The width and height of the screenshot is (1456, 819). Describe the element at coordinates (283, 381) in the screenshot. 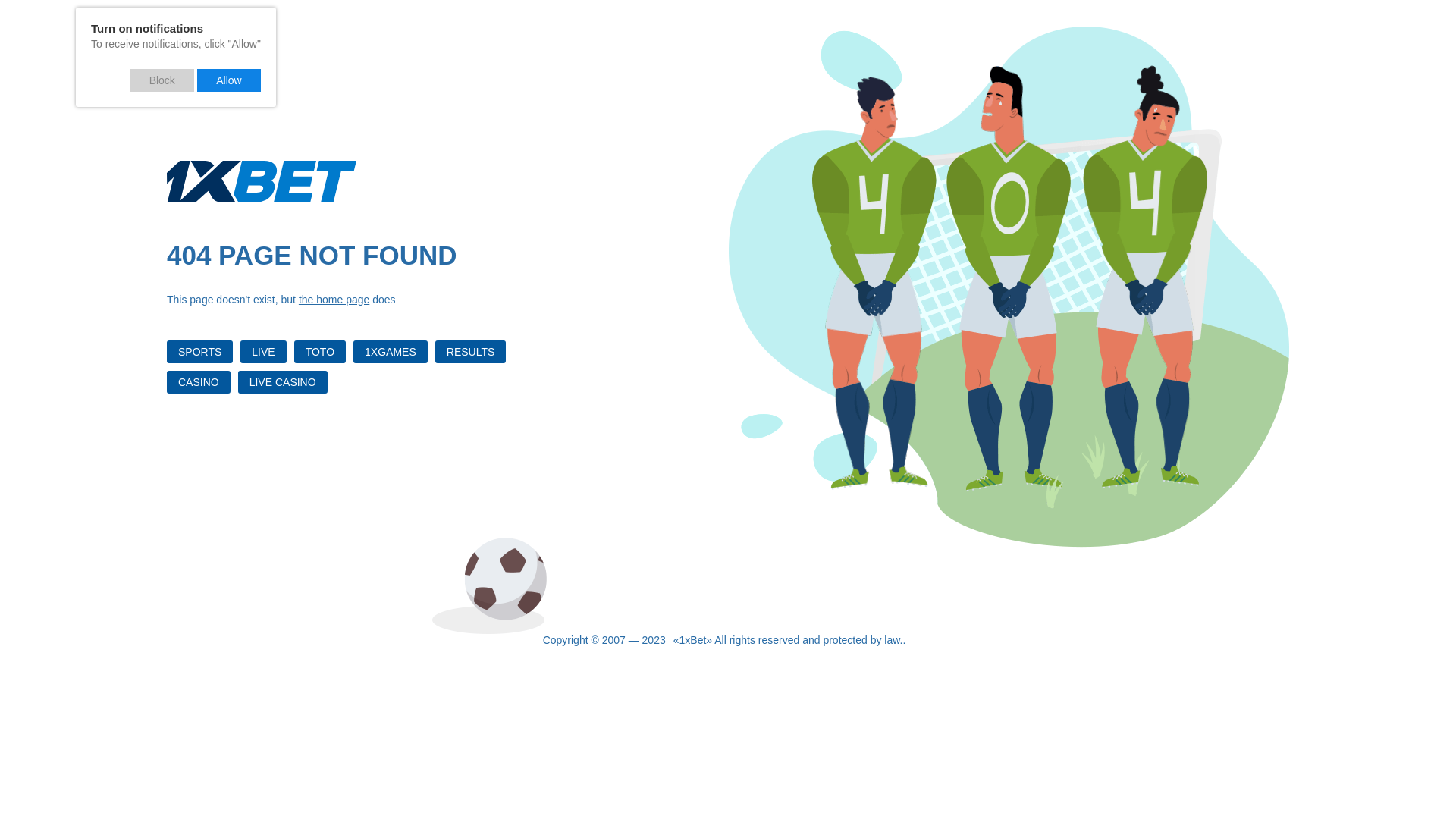

I see `'LIVE CASINO'` at that location.